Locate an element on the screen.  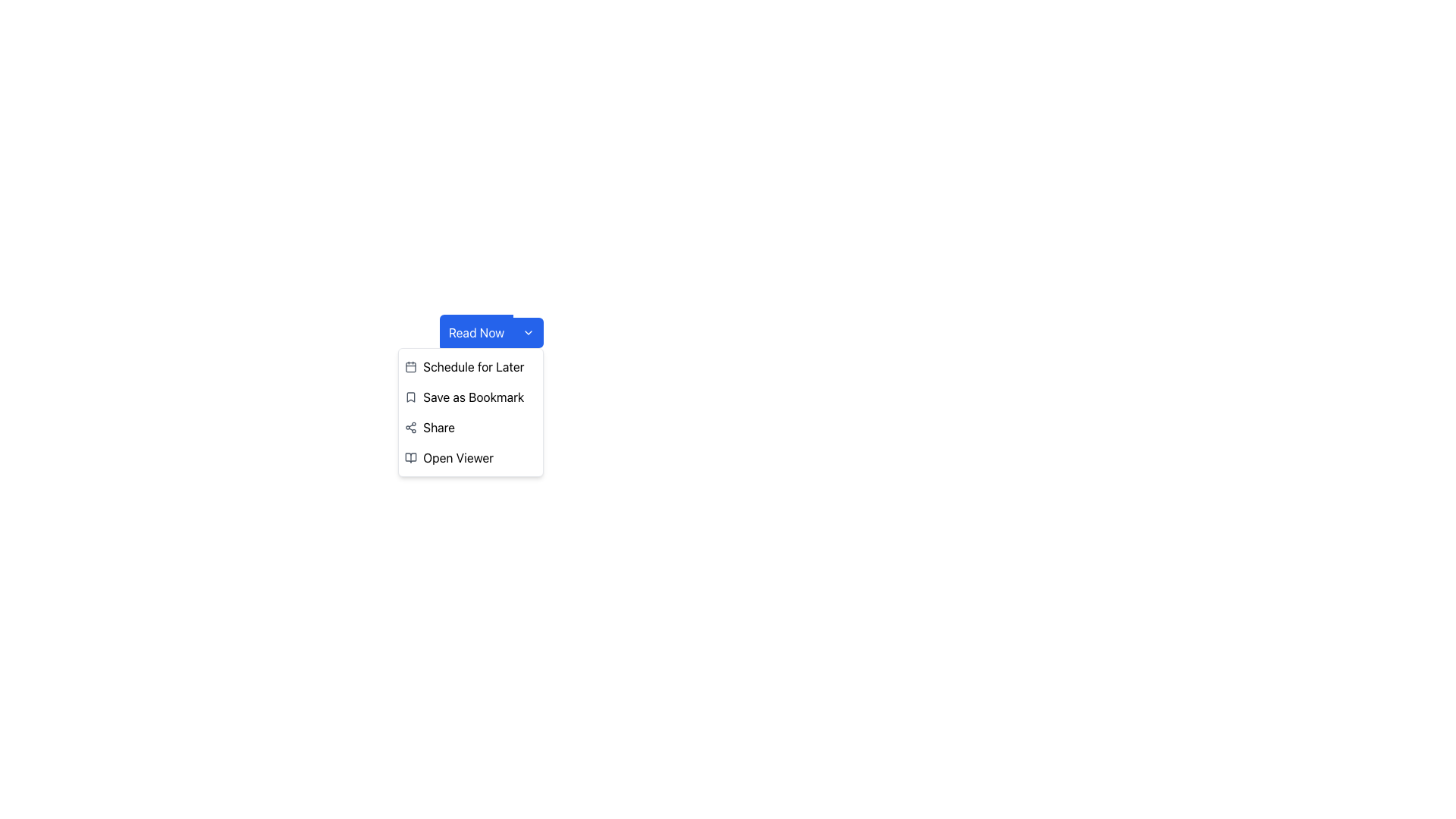
the small downward-pointing chevron icon located to the right of the 'Read Now' button with blue background and white text is located at coordinates (529, 332).